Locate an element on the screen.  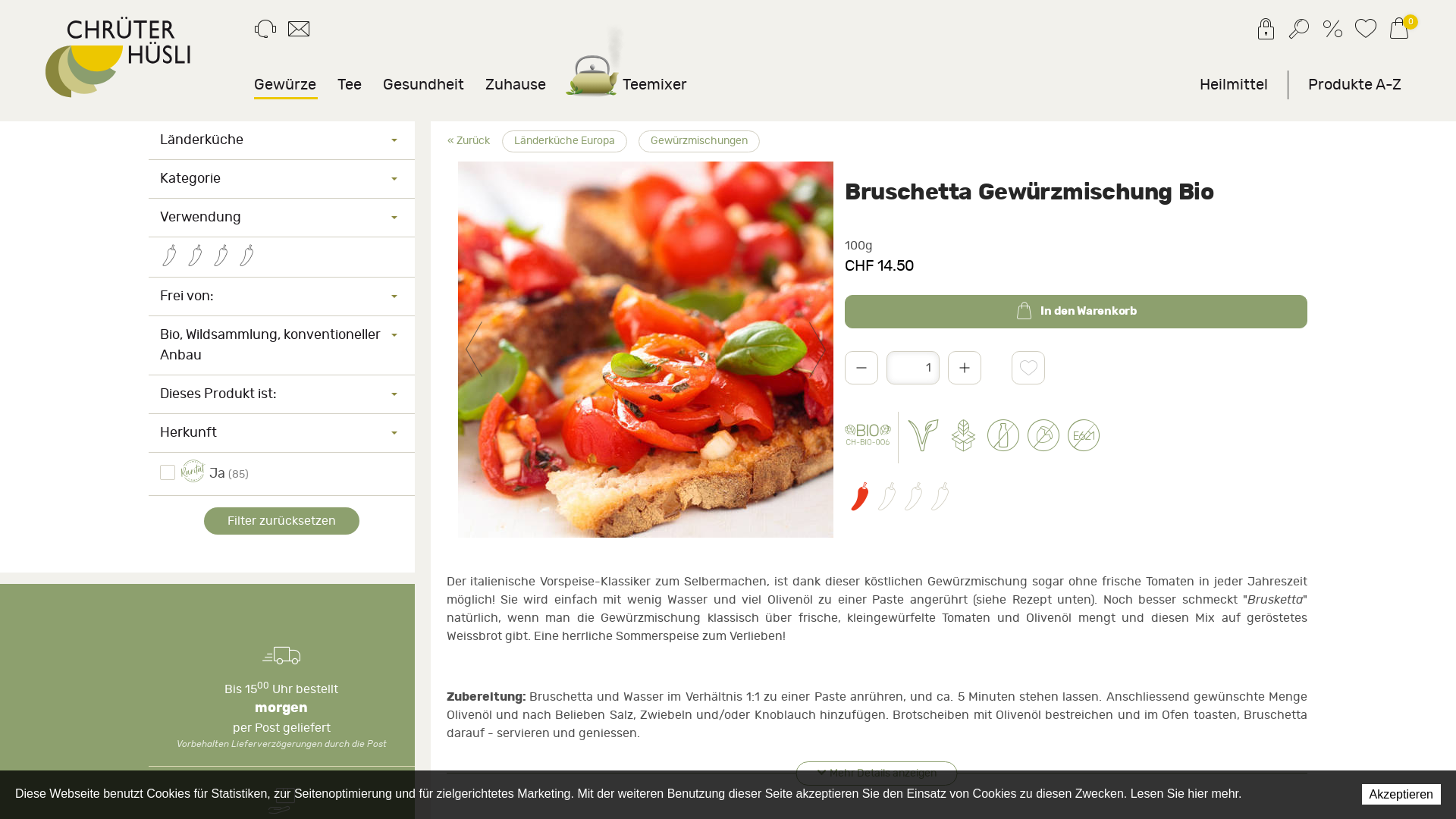
'+' is located at coordinates (964, 368).